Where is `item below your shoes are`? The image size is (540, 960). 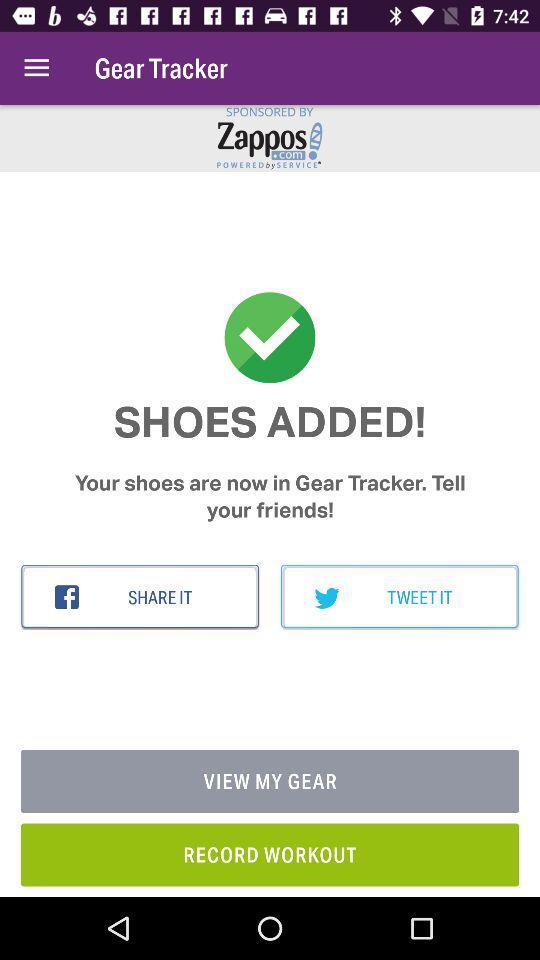 item below your shoes are is located at coordinates (139, 597).